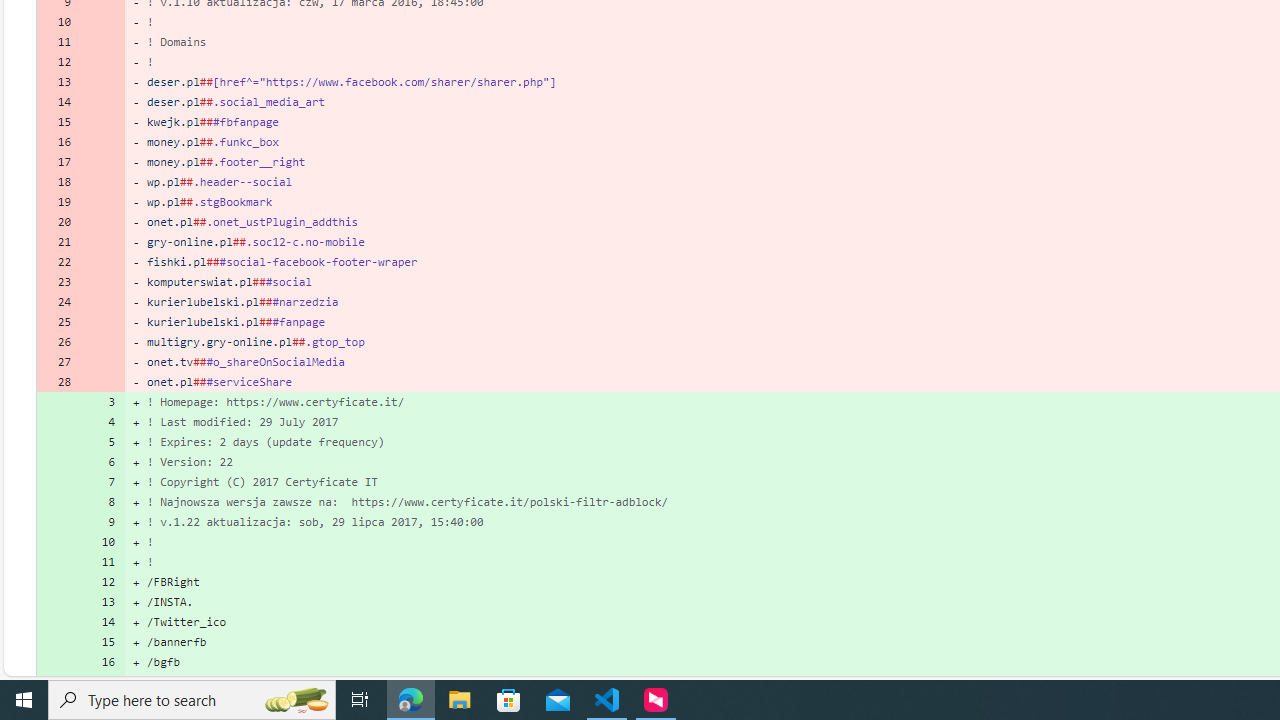 The height and width of the screenshot is (720, 1280). What do you see at coordinates (58, 381) in the screenshot?
I see `'28'` at bounding box center [58, 381].